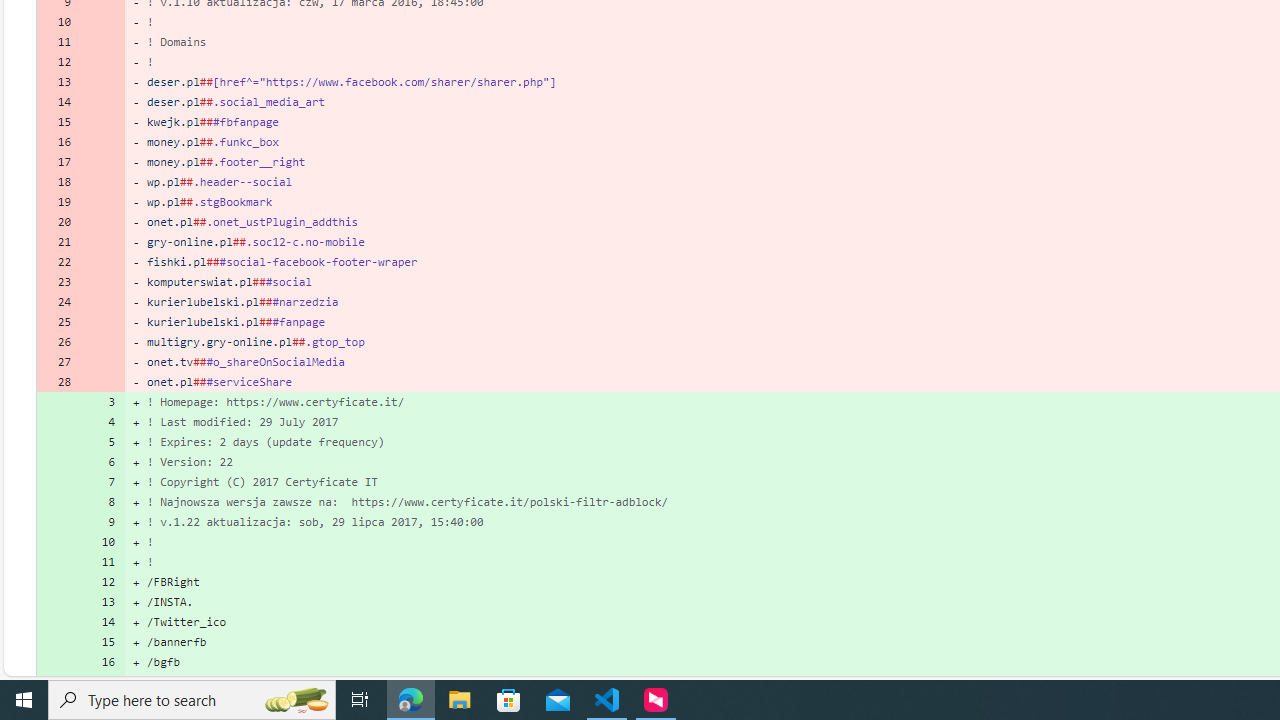 The height and width of the screenshot is (720, 1280). What do you see at coordinates (58, 381) in the screenshot?
I see `'28'` at bounding box center [58, 381].